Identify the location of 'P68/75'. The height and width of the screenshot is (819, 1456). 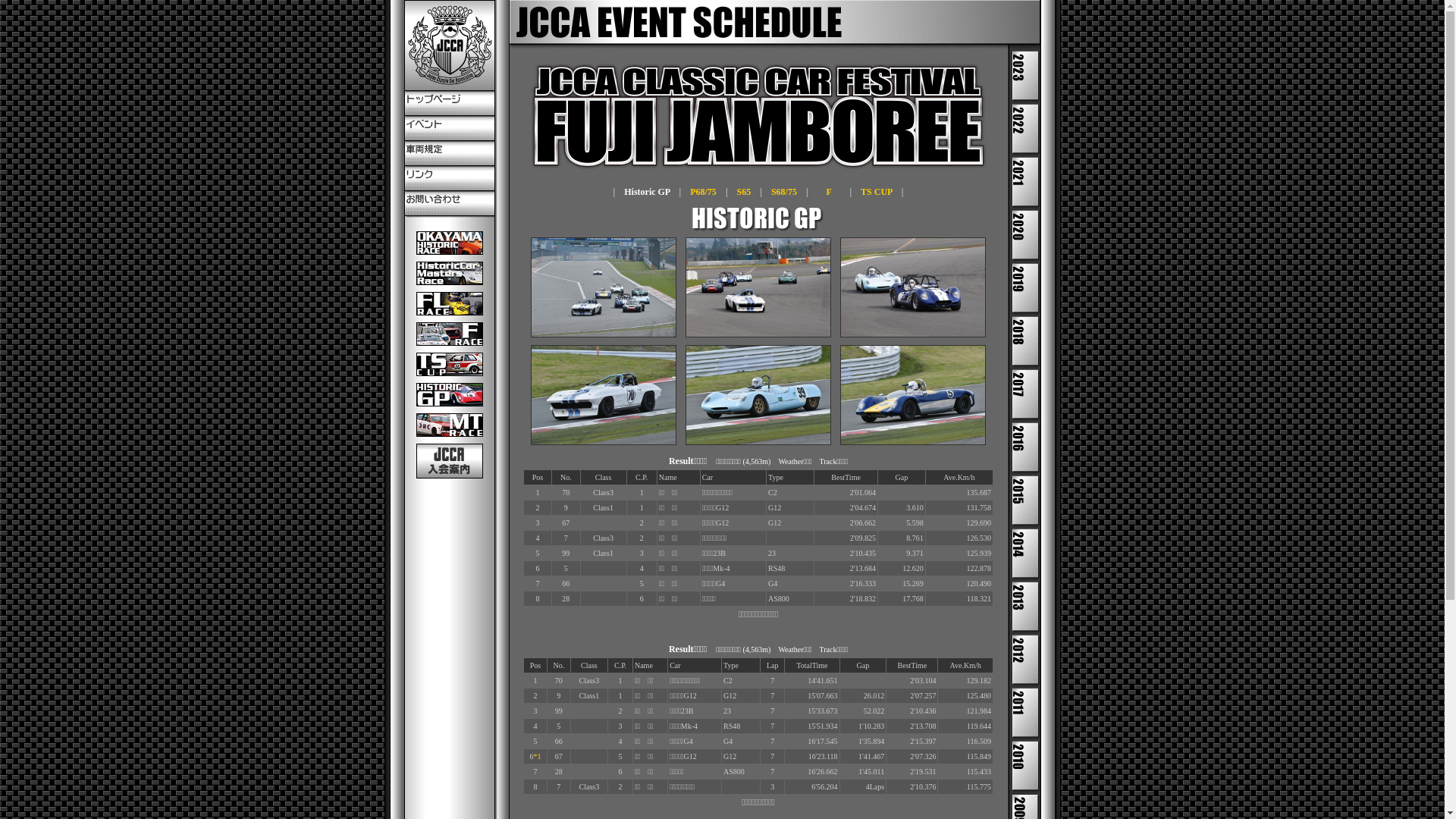
(689, 191).